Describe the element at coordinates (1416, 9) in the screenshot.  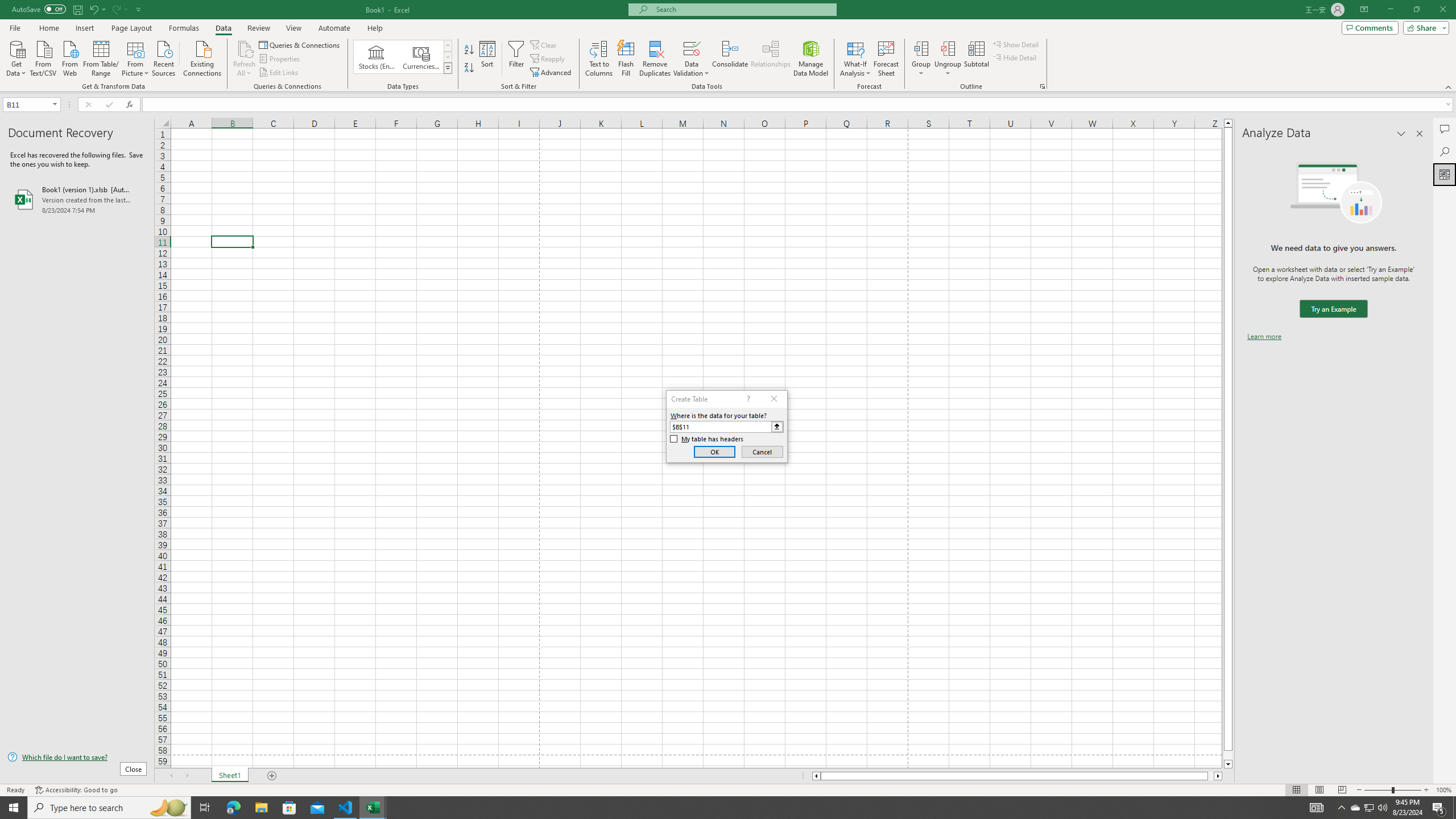
I see `'Restore Down'` at that location.